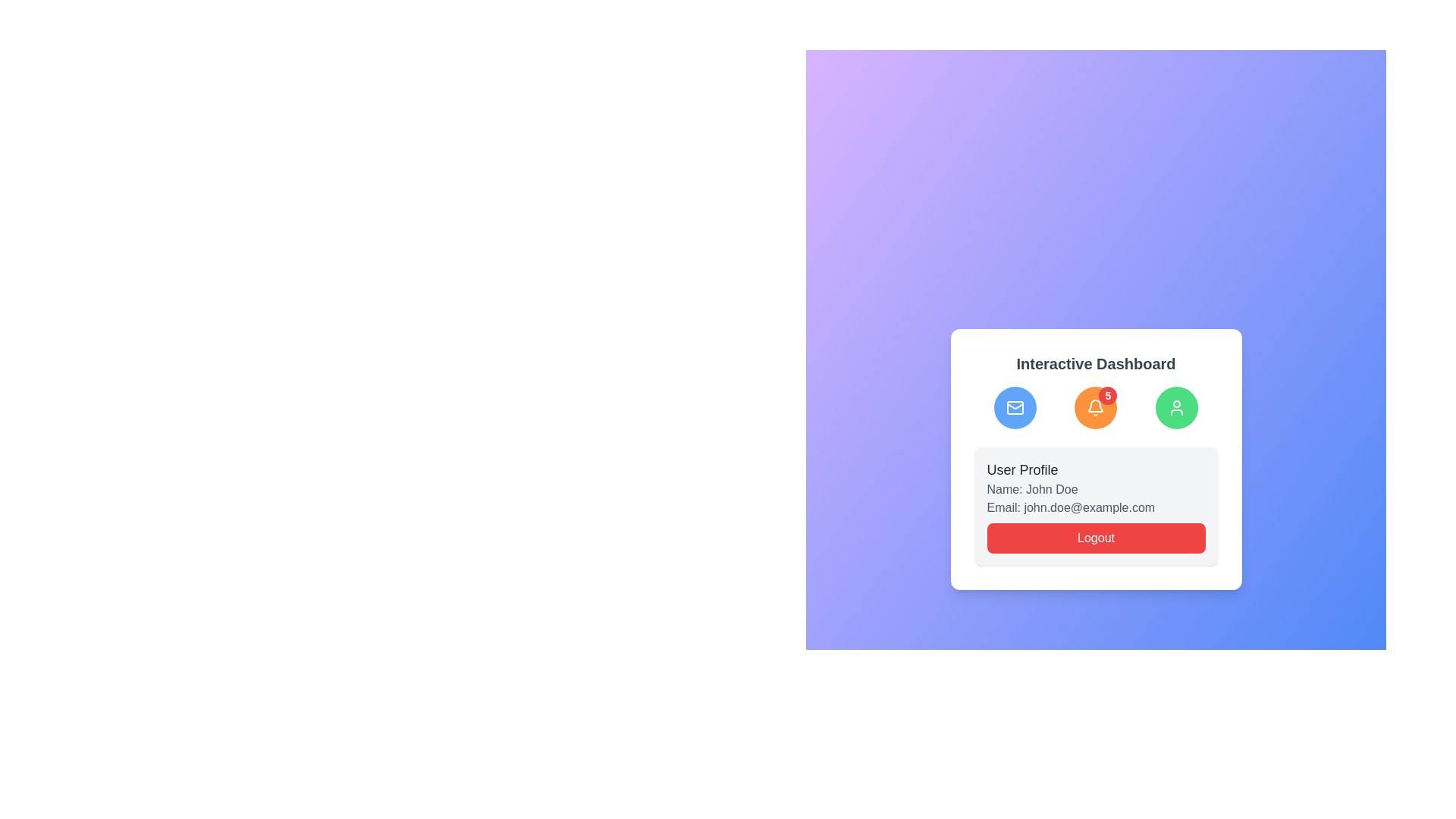  I want to click on the notification button located in the middle of three circular icons at the top section of the dashboard, so click(1096, 406).